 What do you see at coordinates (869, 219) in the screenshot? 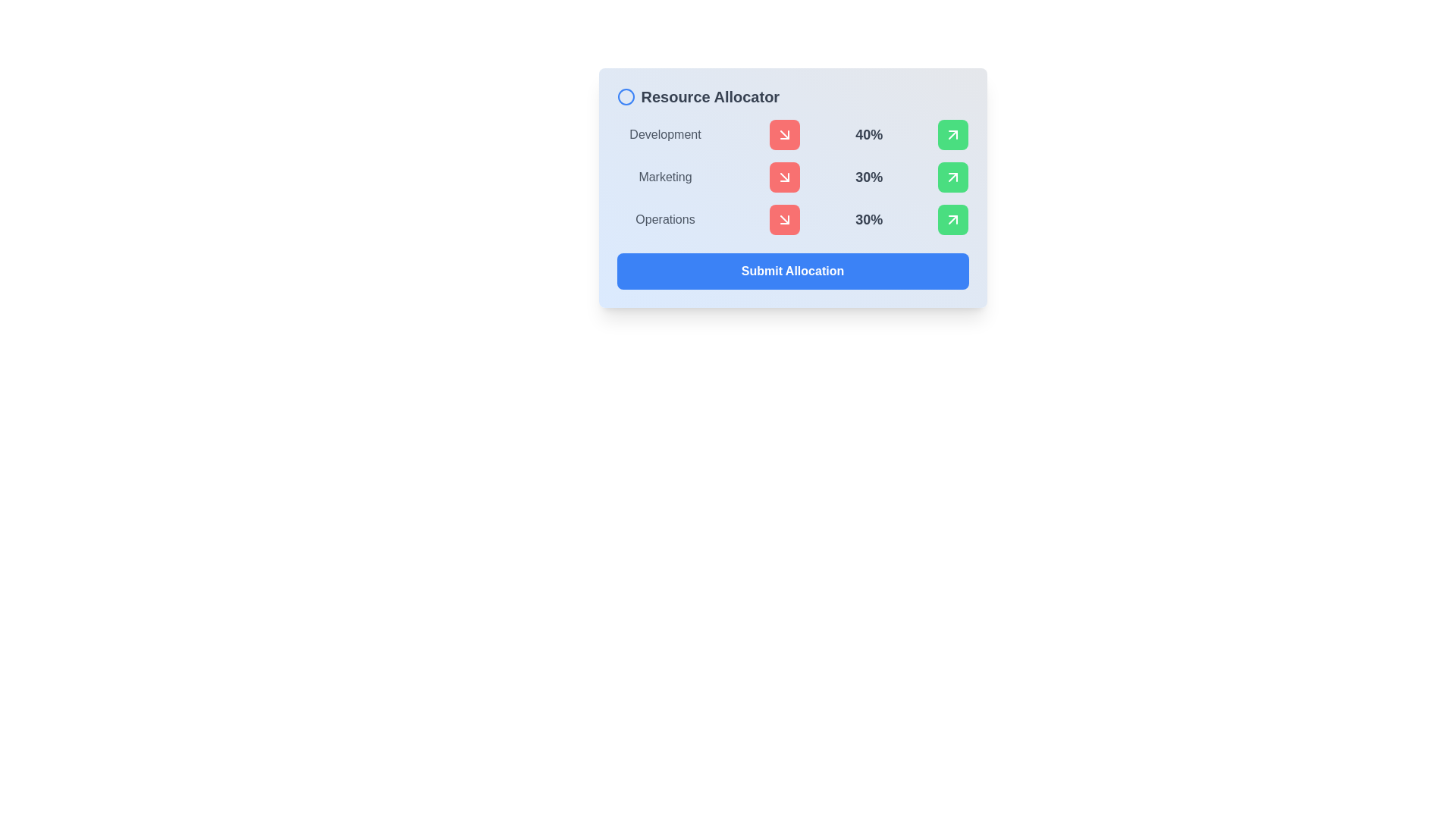
I see `percentage value displayed in the text label located in the 'Operations' row, positioned between a red downward arrow icon and a green upward arrow icon` at bounding box center [869, 219].